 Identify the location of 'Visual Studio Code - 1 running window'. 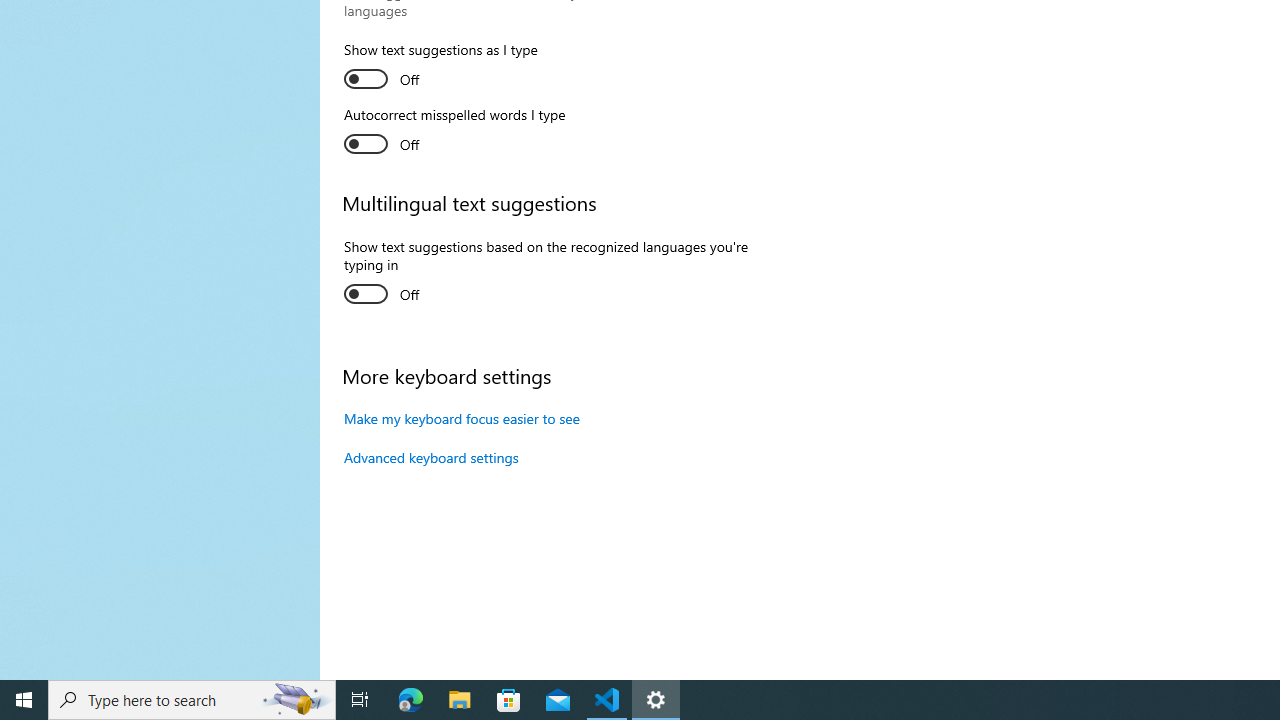
(606, 698).